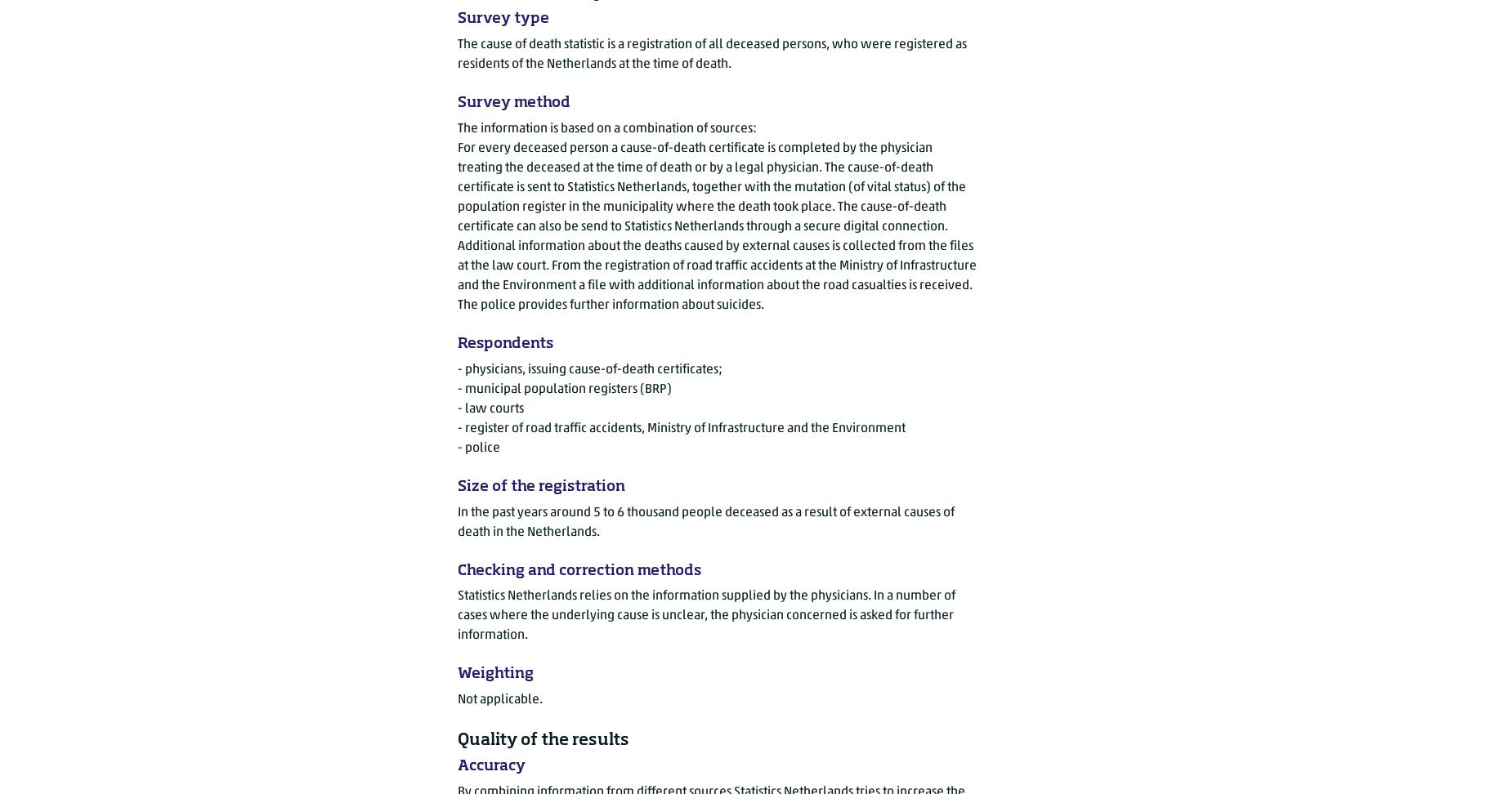 This screenshot has height=794, width=1512. What do you see at coordinates (590, 368) in the screenshot?
I see `'- physicians, issuing cause-of-death certificates;'` at bounding box center [590, 368].